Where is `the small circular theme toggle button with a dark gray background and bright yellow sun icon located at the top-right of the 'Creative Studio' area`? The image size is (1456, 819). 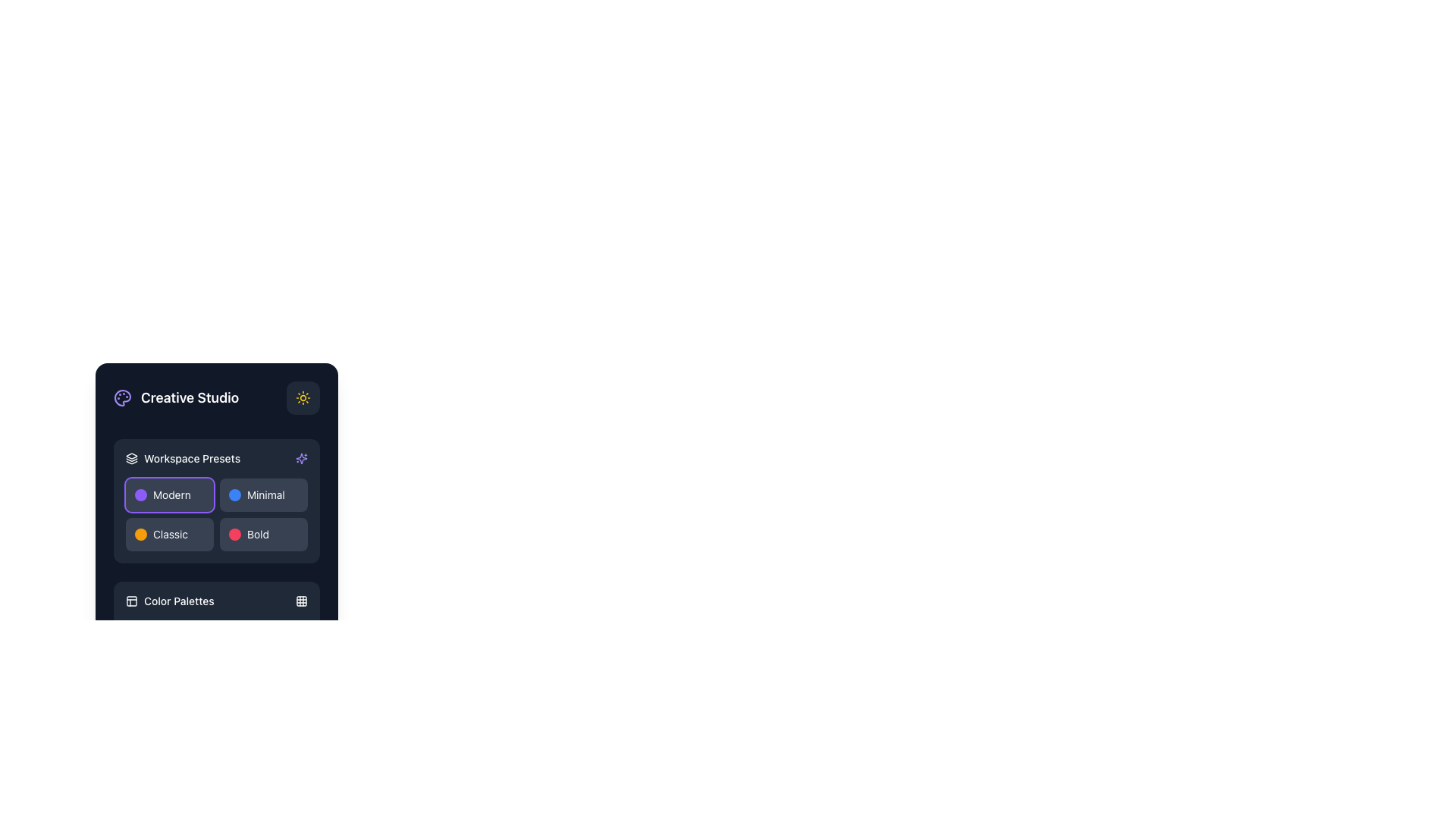 the small circular theme toggle button with a dark gray background and bright yellow sun icon located at the top-right of the 'Creative Studio' area is located at coordinates (303, 397).